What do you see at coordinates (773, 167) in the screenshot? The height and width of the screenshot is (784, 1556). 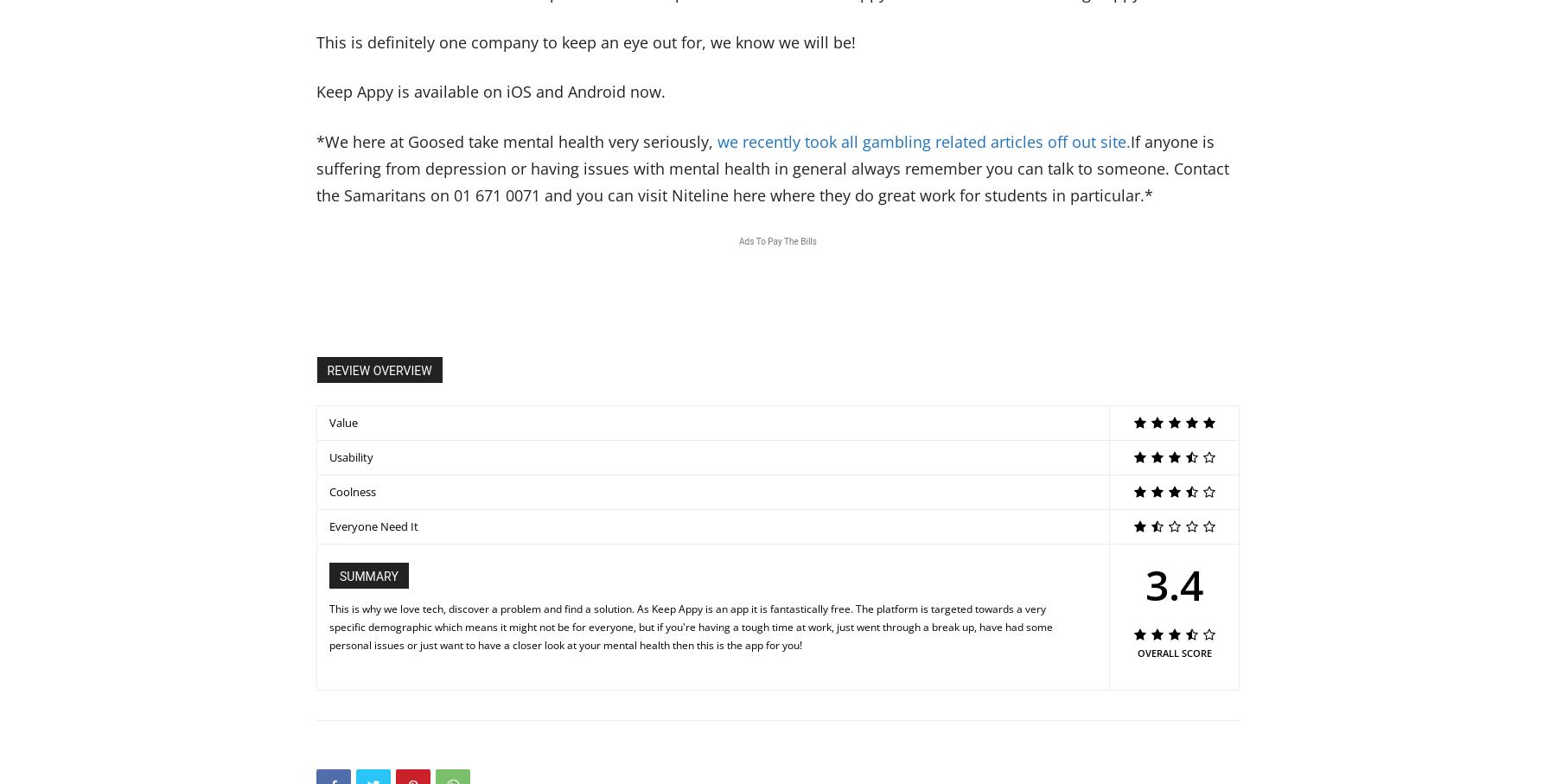 I see `'If anyone is suffering from depression or having issues with mental health in general always remember you can talk to someone. Contact the Samaritans on 01 671 0071 and you can visit Niteline here where they do great work for students in particular.*'` at bounding box center [773, 167].